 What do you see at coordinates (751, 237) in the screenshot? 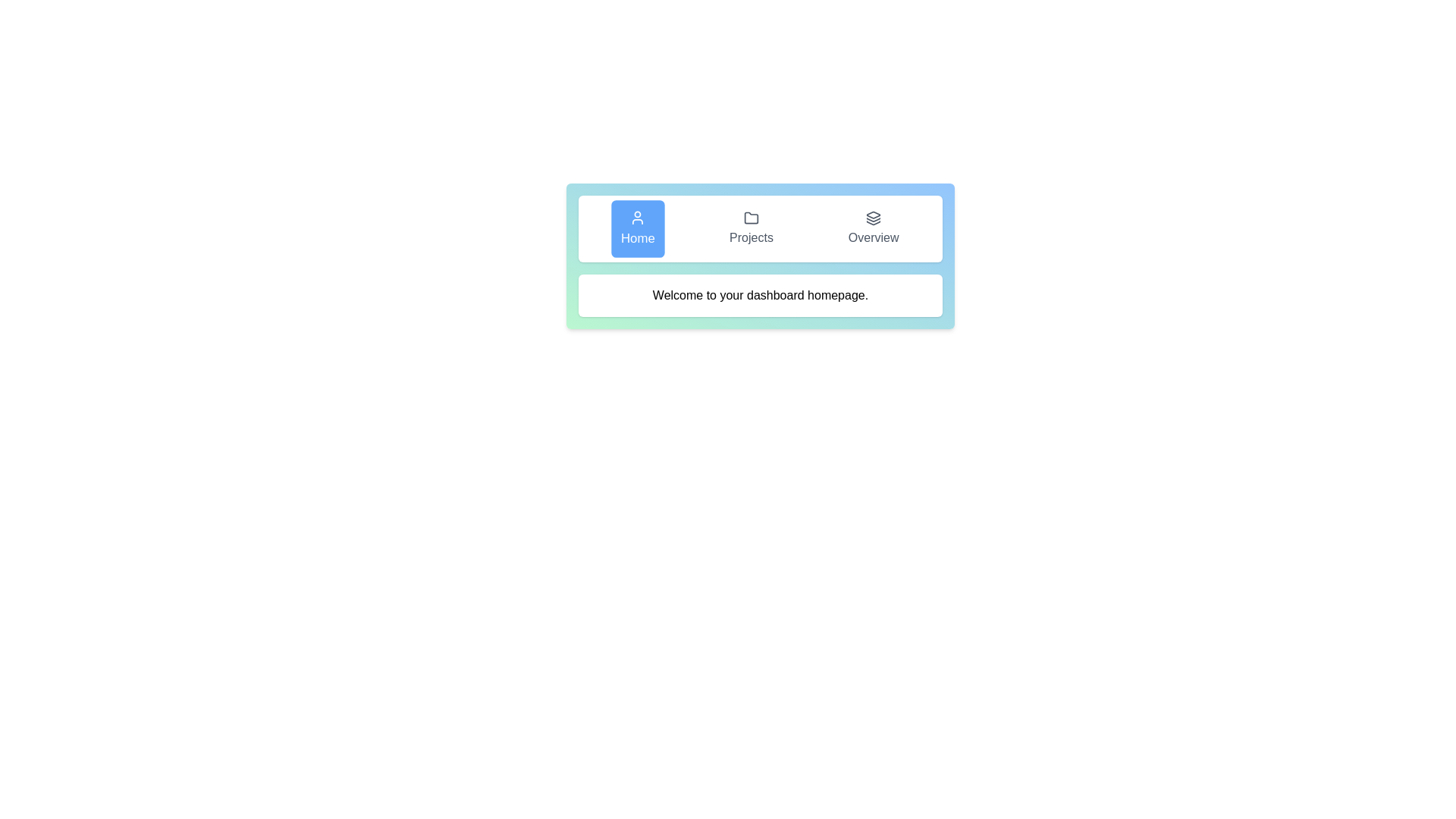
I see `the 'Projects' text label in the navigation interface, which is styled with a medium font weight and accompanied by a folder icon above it` at bounding box center [751, 237].